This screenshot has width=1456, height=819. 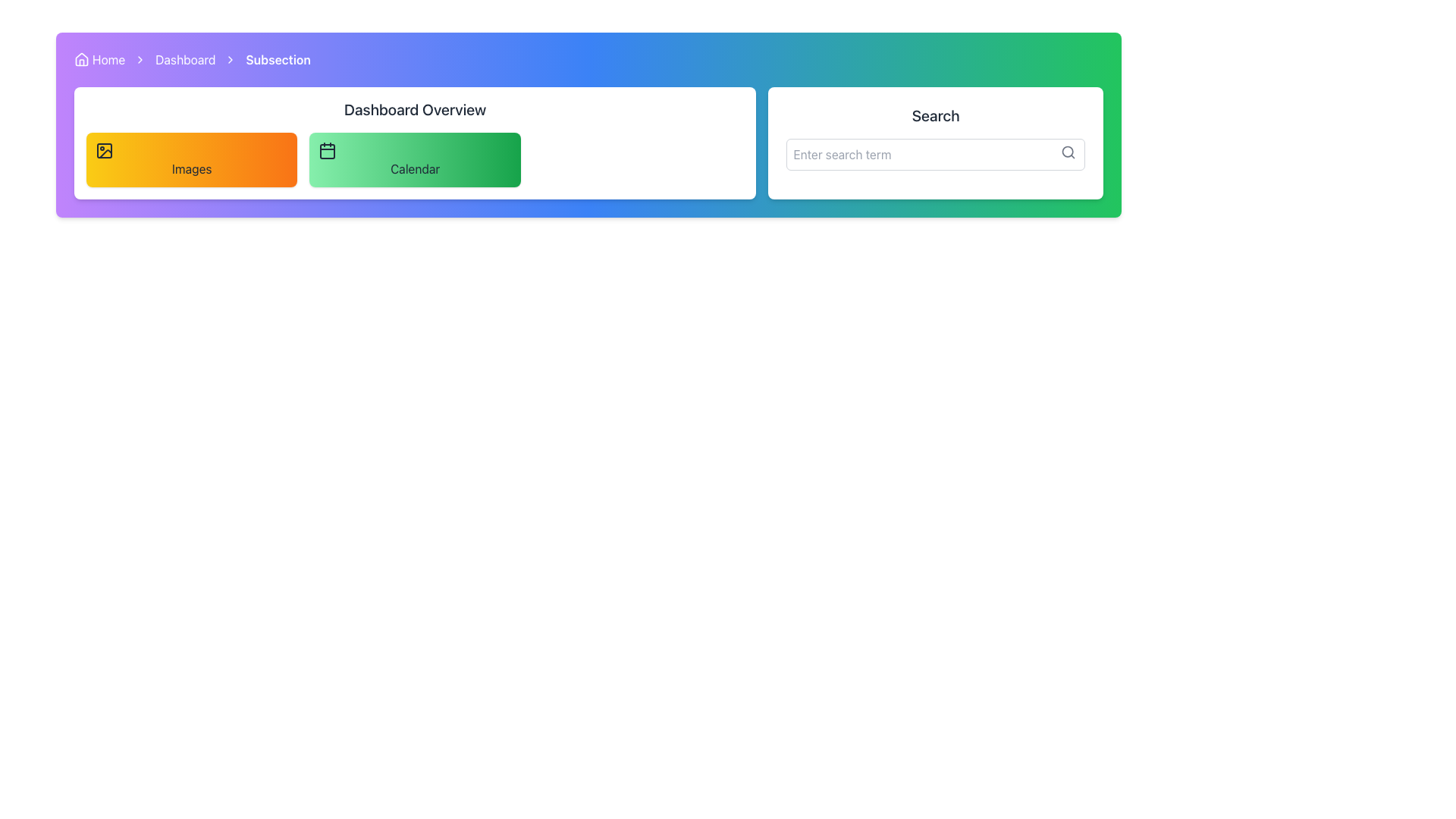 I want to click on the 'Home' navigational link with an adjacent house icon in the breadcrumb navigation bar, so click(x=99, y=58).